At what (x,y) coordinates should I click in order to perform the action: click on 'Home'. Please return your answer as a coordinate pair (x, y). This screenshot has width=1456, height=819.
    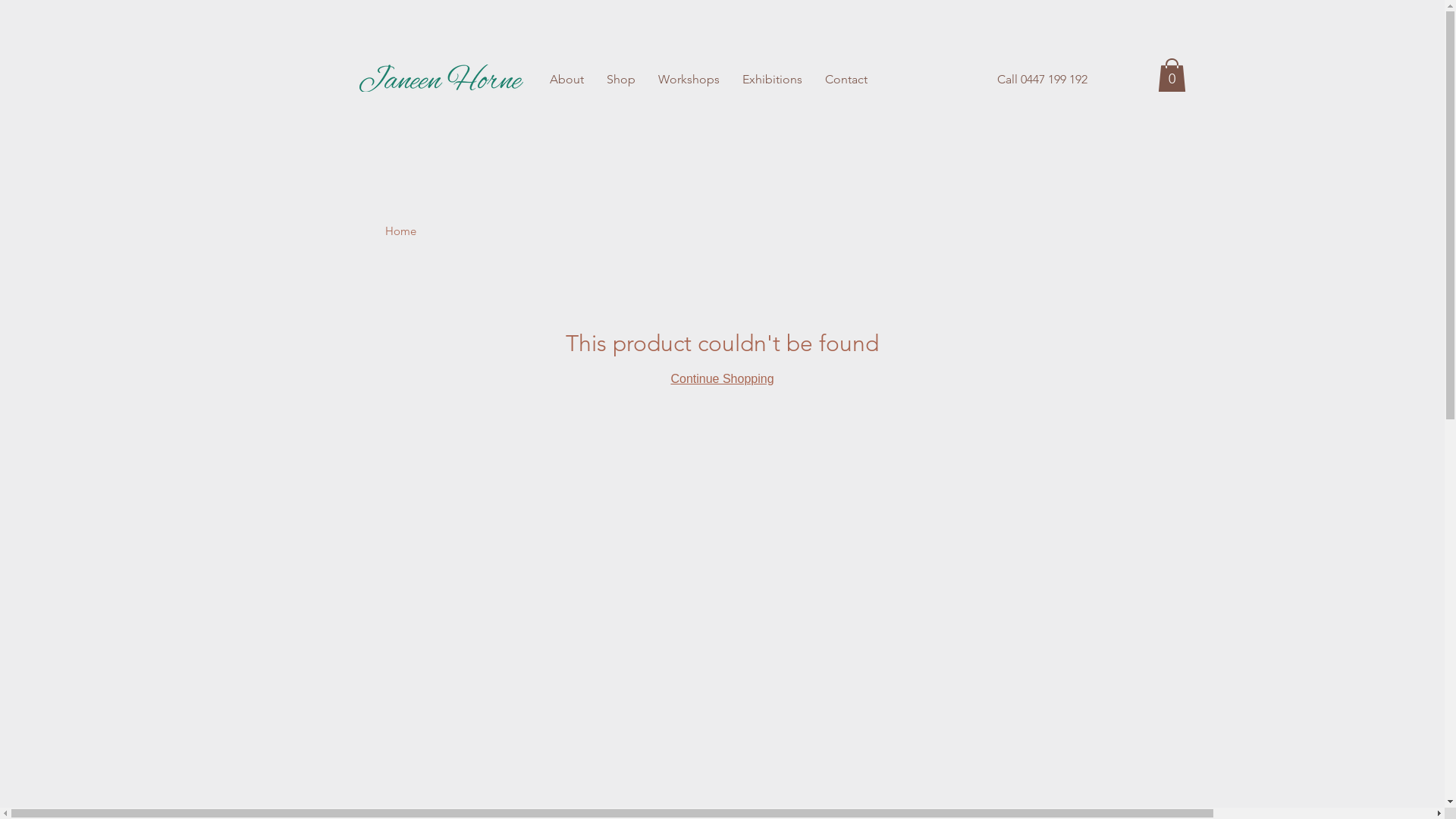
    Looking at the image, I should click on (385, 231).